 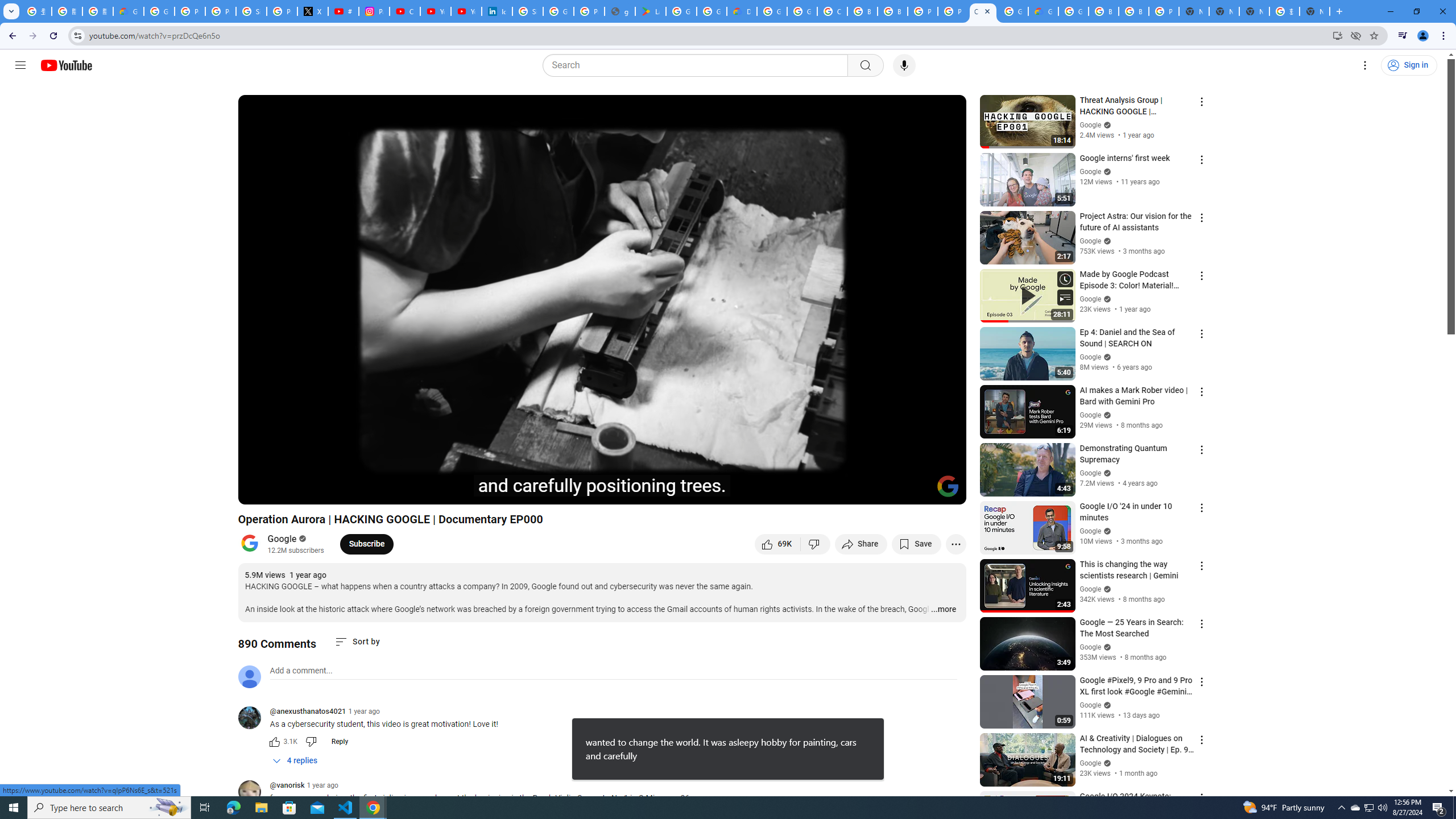 I want to click on 'Default profile photo', so click(x=248, y=676).